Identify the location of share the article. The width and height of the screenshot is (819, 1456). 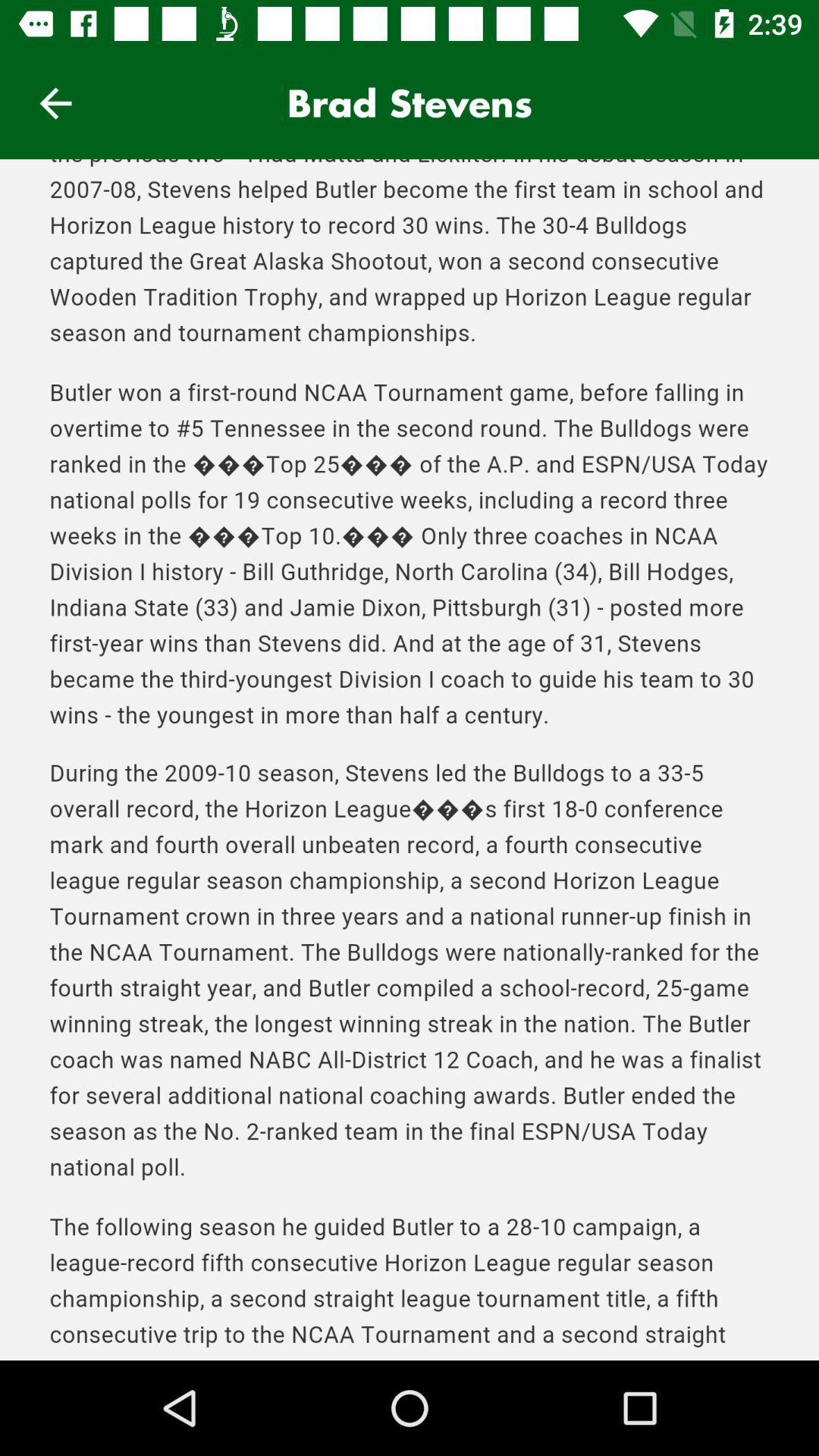
(409, 760).